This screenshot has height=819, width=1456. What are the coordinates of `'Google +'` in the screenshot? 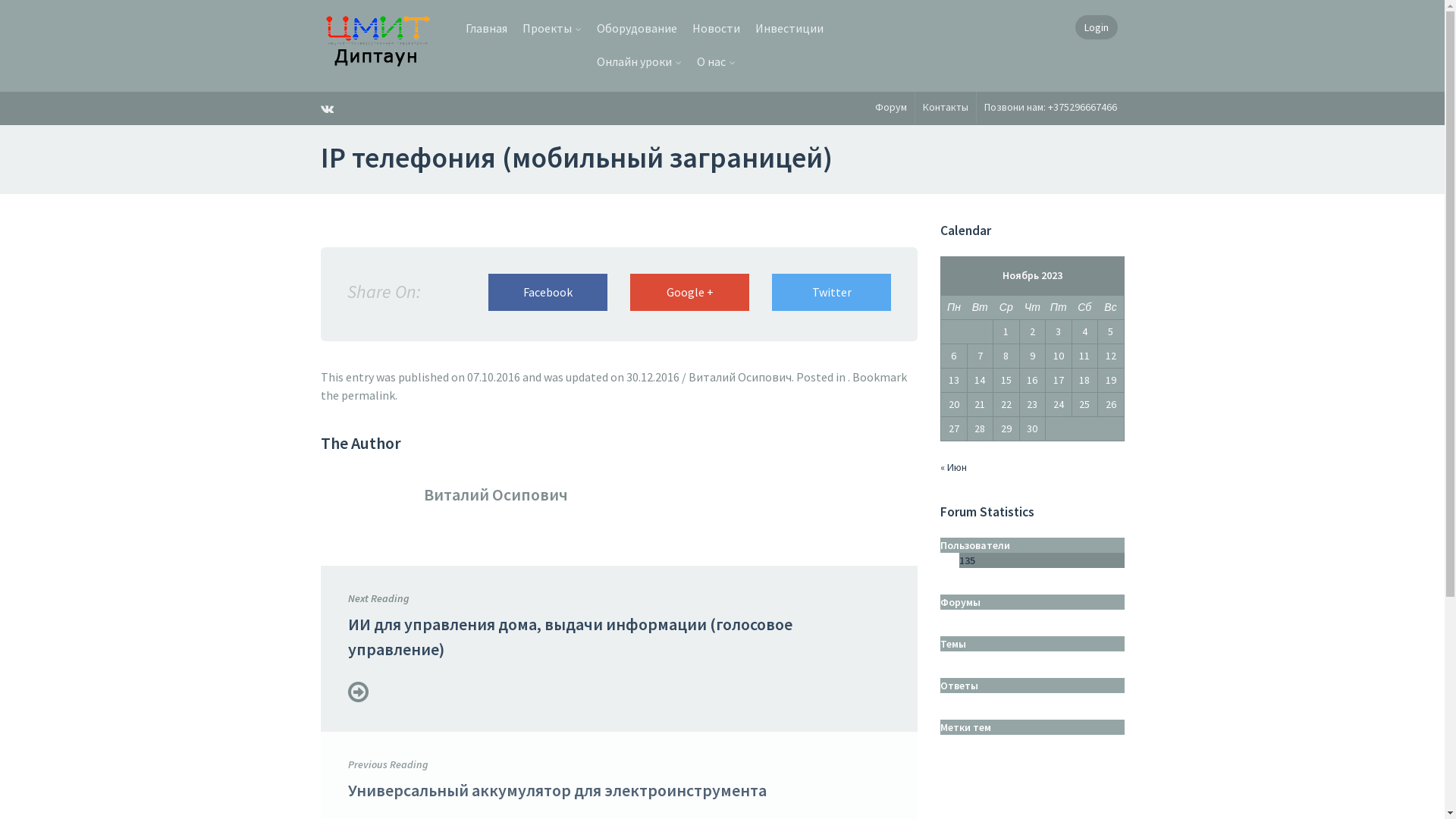 It's located at (629, 292).